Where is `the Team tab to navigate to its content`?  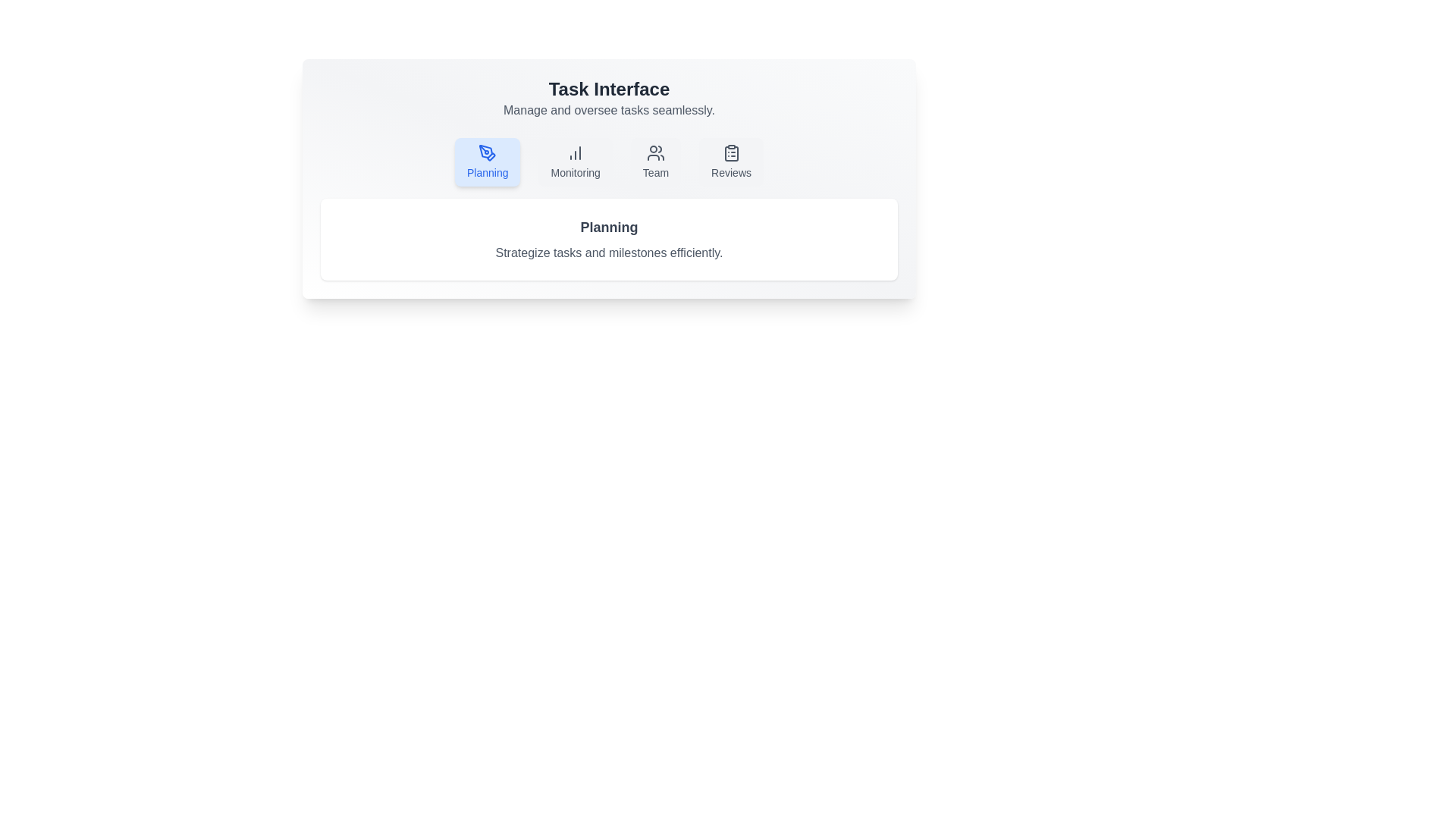
the Team tab to navigate to its content is located at coordinates (655, 162).